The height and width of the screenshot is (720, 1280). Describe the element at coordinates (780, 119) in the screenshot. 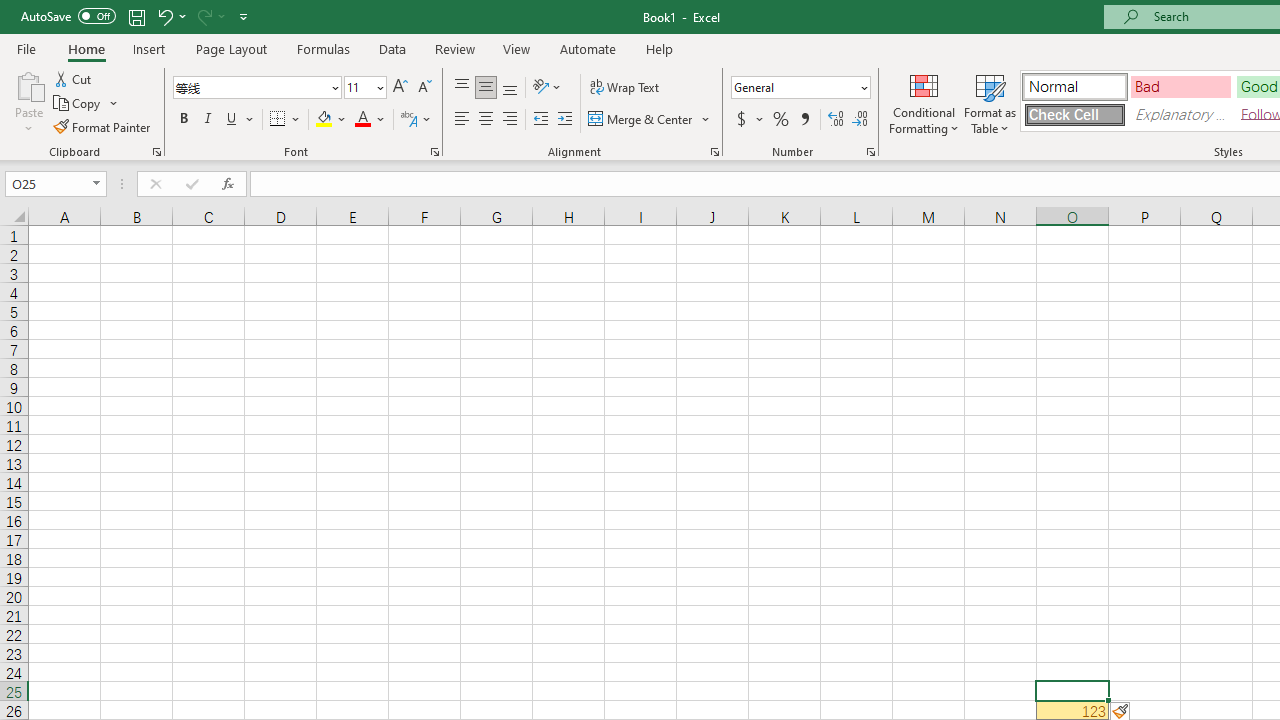

I see `'Percent Style'` at that location.